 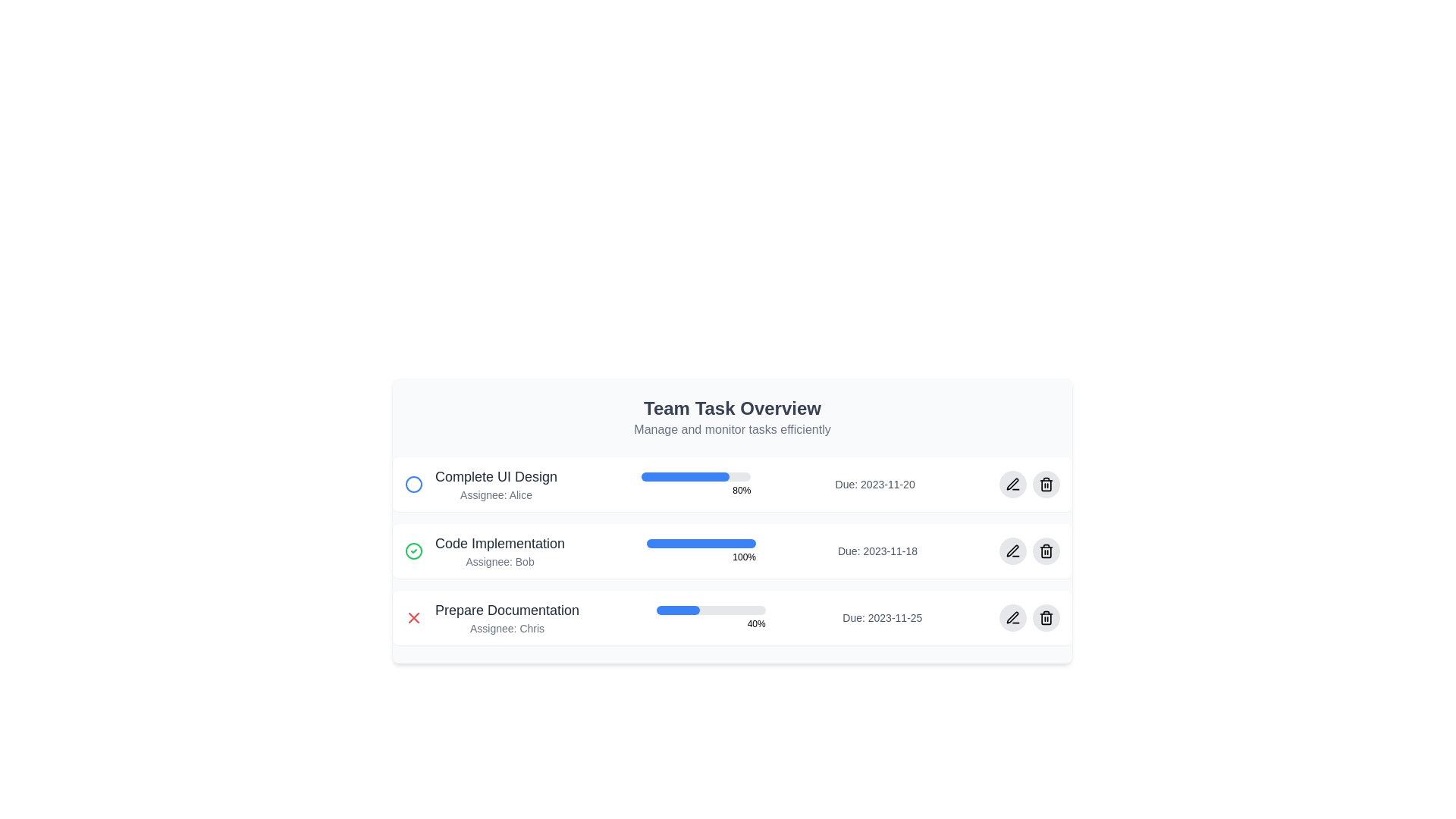 What do you see at coordinates (701, 551) in the screenshot?
I see `the Progress indicator with text that visually represents the task completion status in the 'Code Implementation' task section` at bounding box center [701, 551].